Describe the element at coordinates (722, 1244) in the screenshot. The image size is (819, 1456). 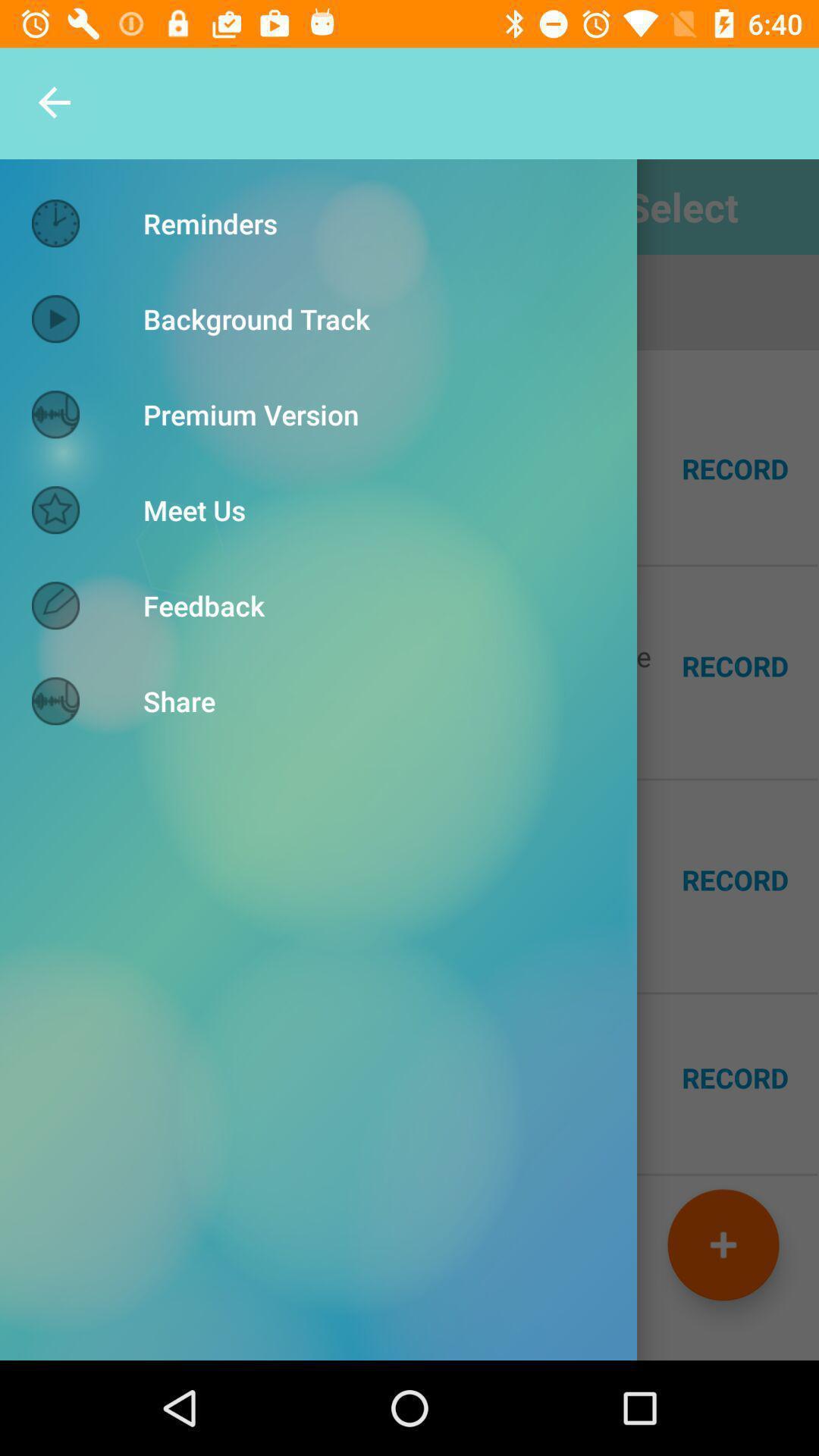
I see `the add icon` at that location.